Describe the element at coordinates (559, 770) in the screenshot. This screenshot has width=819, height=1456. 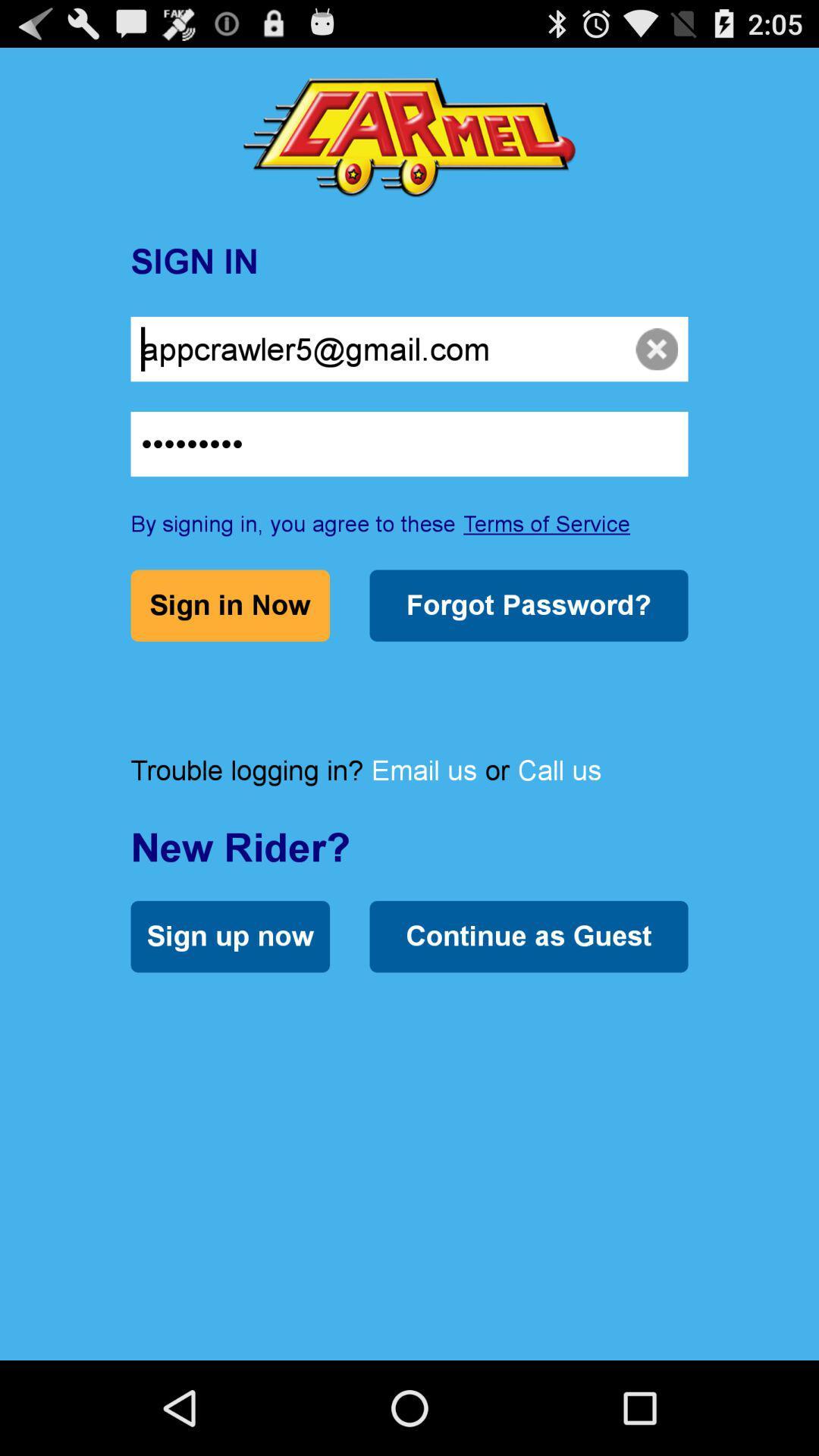
I see `call us  item` at that location.